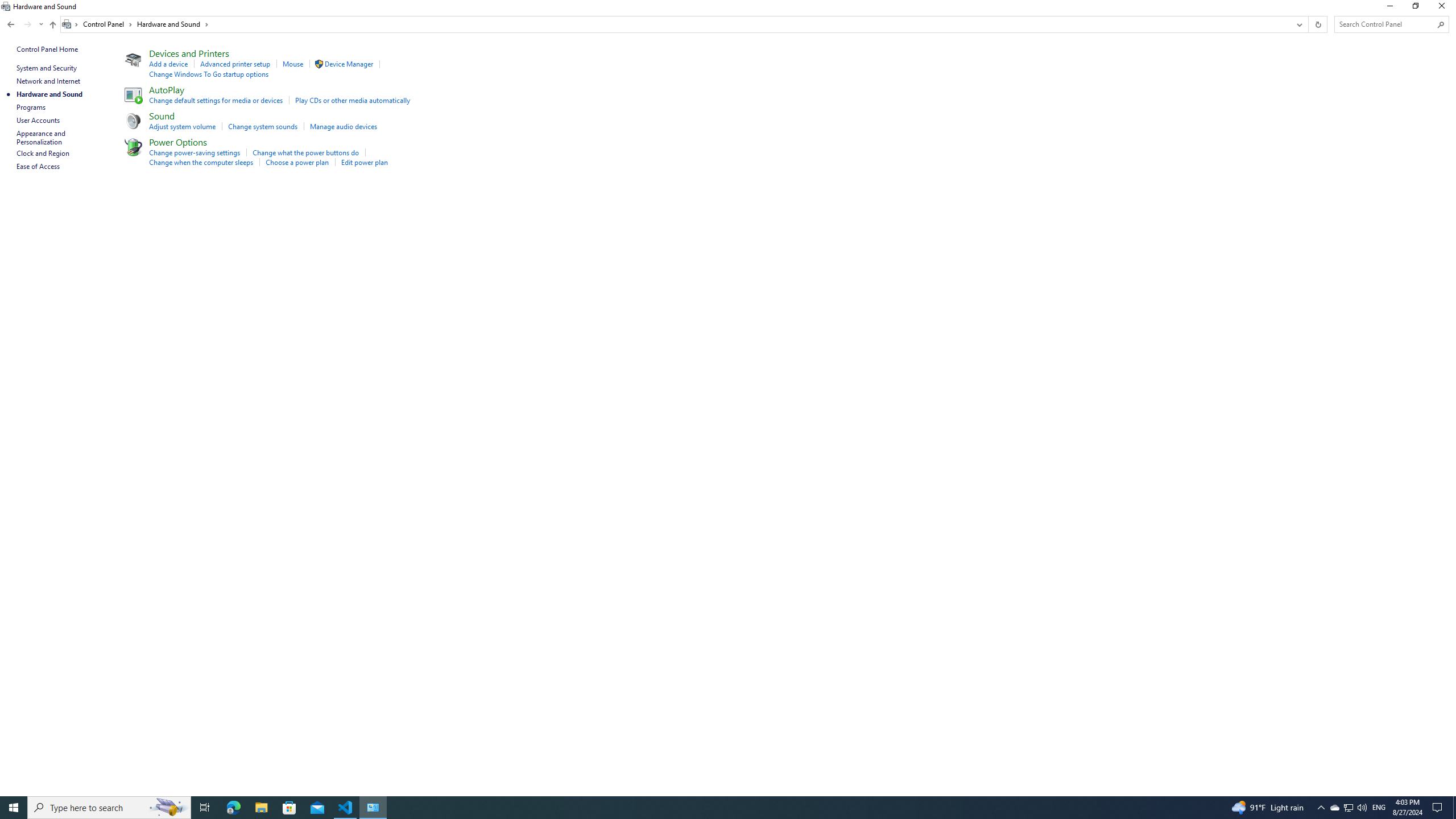 This screenshot has height=819, width=1456. I want to click on 'Power Options', so click(178, 141).